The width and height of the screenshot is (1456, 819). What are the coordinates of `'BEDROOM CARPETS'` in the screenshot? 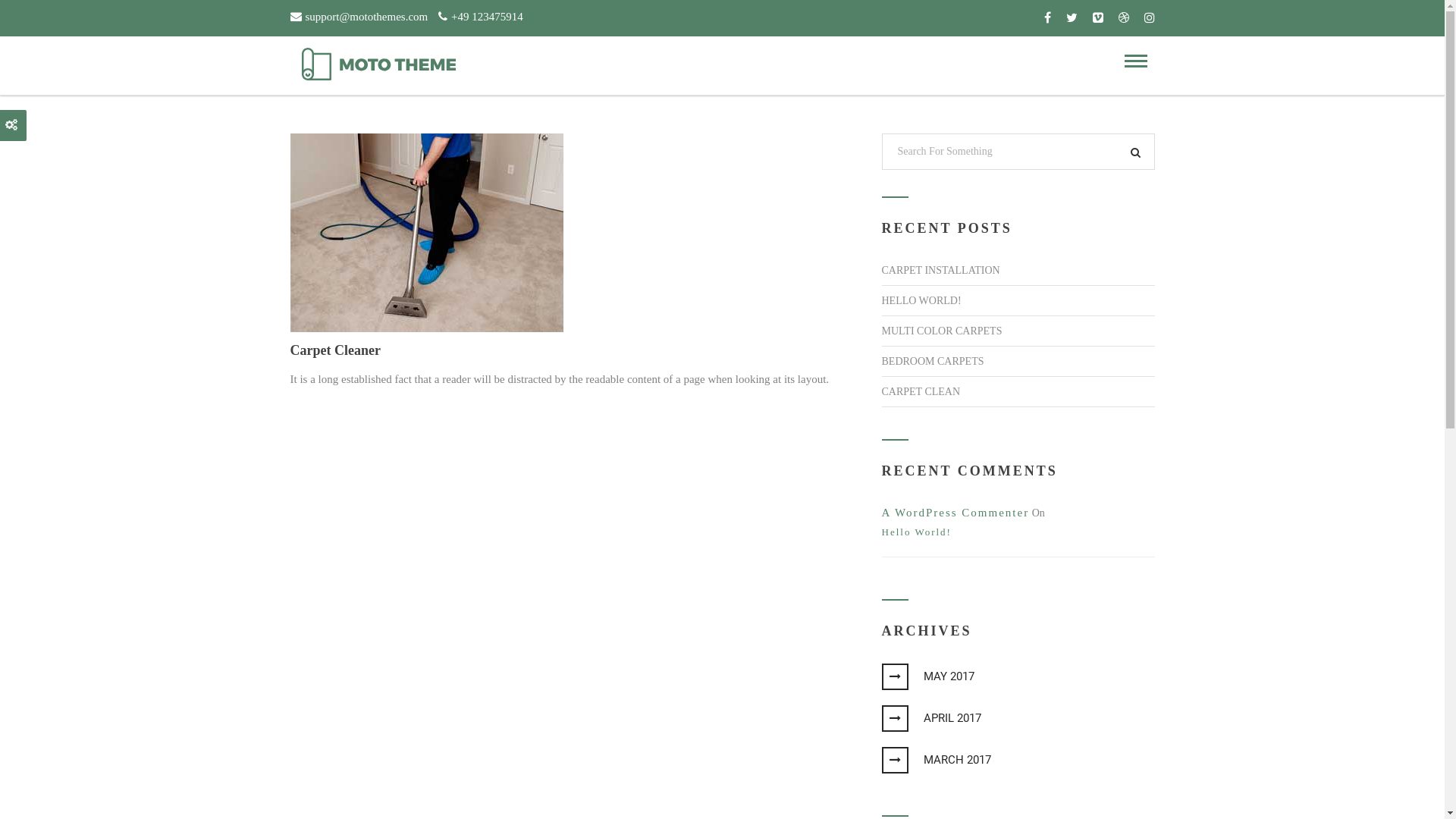 It's located at (931, 361).